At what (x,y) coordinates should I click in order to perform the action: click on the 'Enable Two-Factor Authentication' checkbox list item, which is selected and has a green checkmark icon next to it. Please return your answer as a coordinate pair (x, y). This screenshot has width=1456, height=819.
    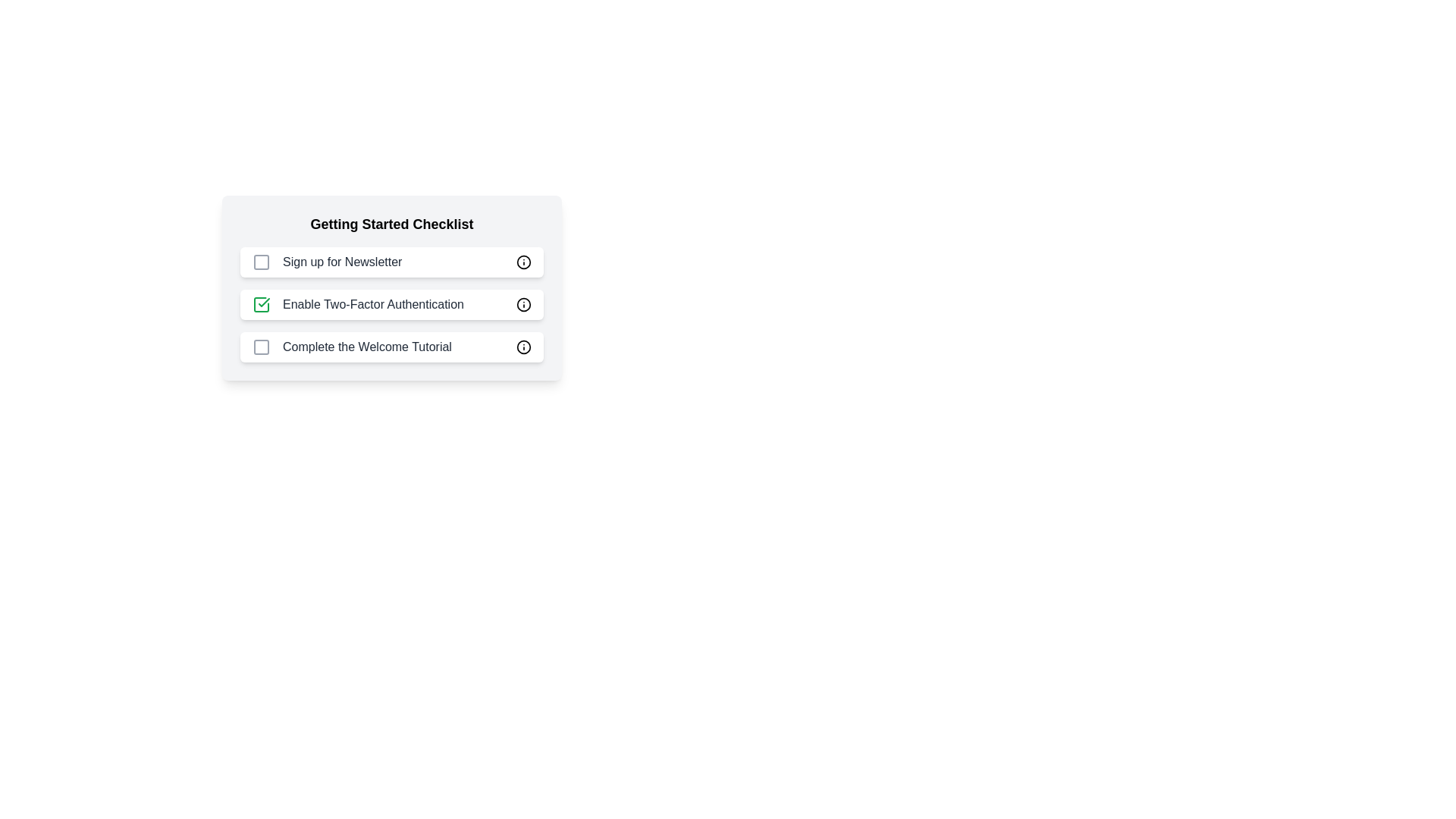
    Looking at the image, I should click on (357, 304).